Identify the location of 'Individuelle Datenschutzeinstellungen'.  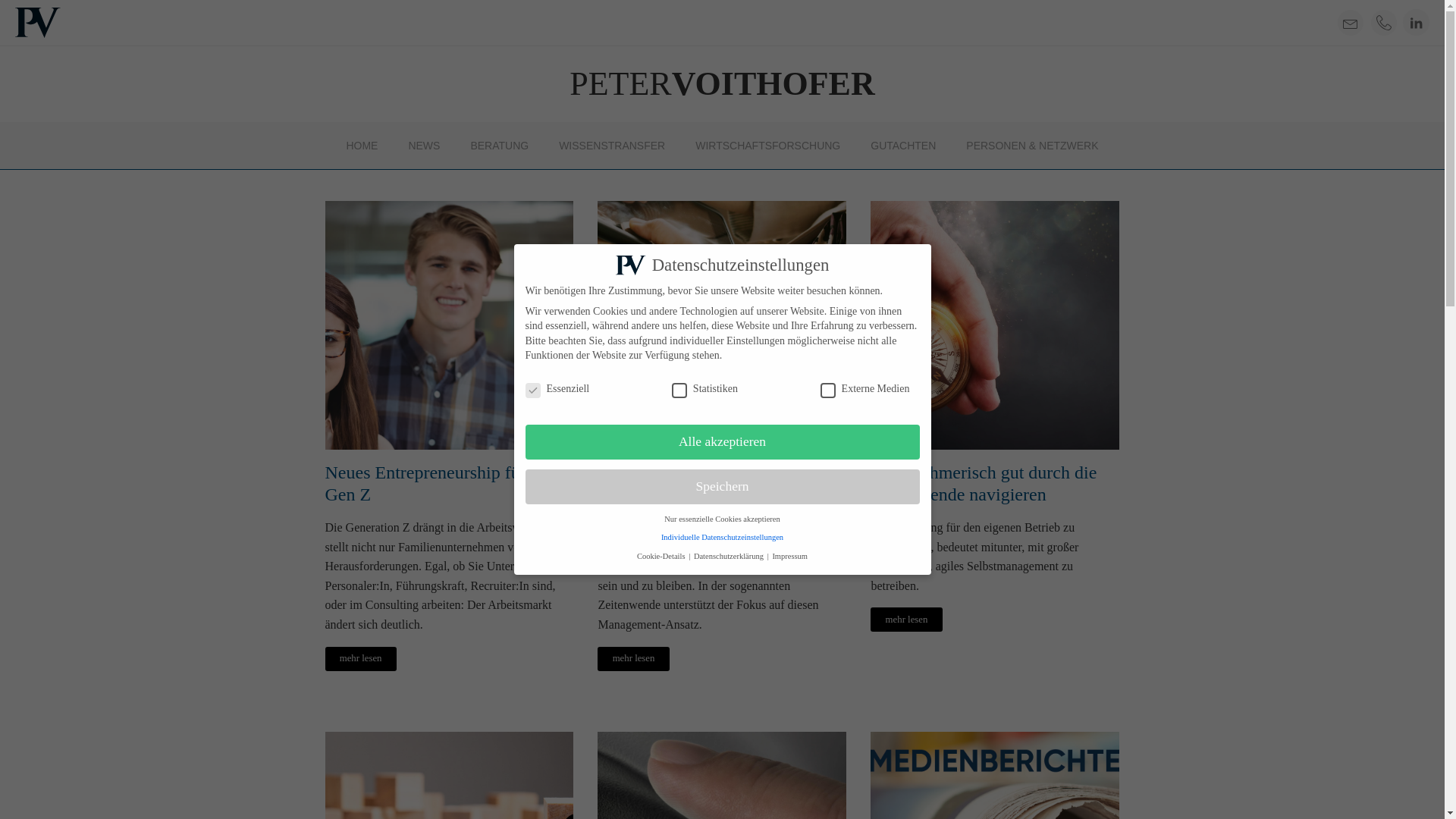
(721, 536).